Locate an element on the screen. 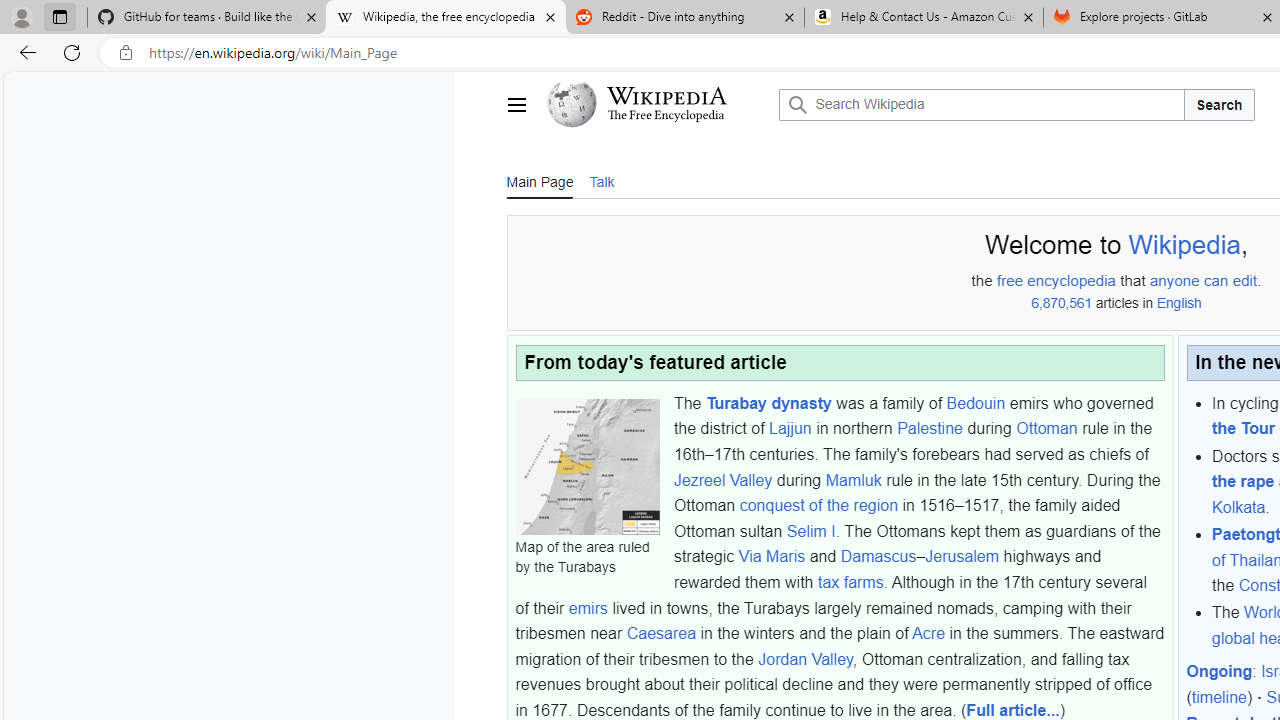 This screenshot has height=720, width=1280. 'The Free Encyclopedia' is located at coordinates (666, 116).